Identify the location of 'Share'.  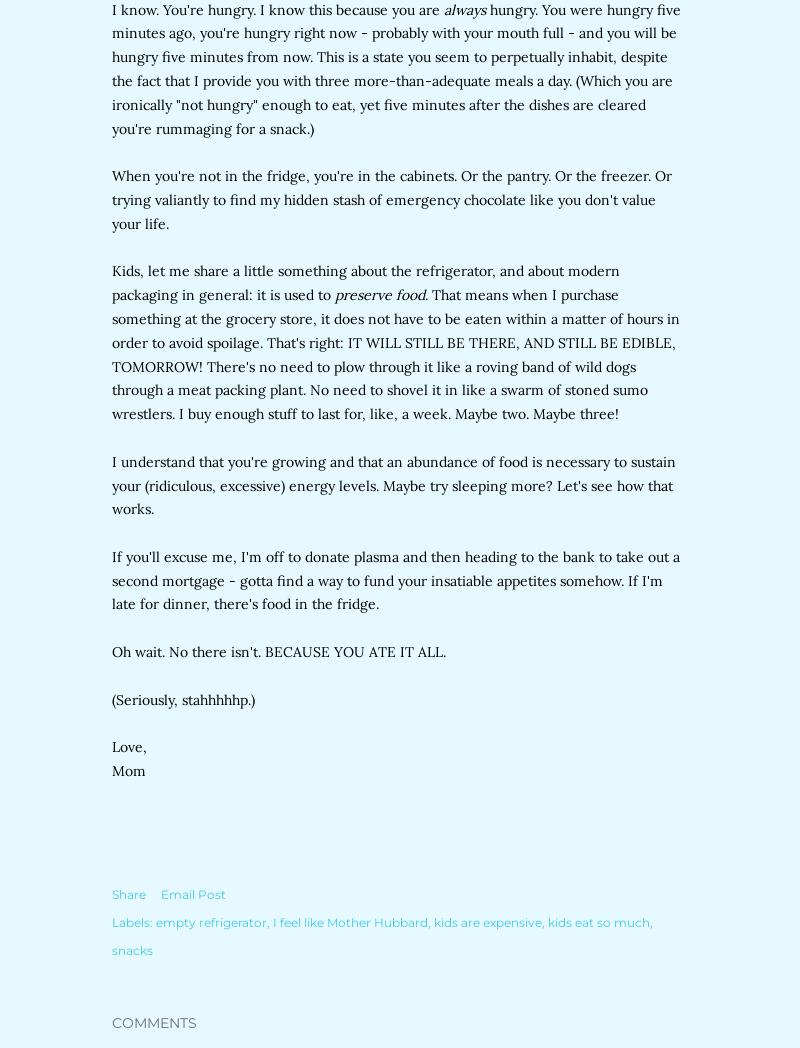
(128, 893).